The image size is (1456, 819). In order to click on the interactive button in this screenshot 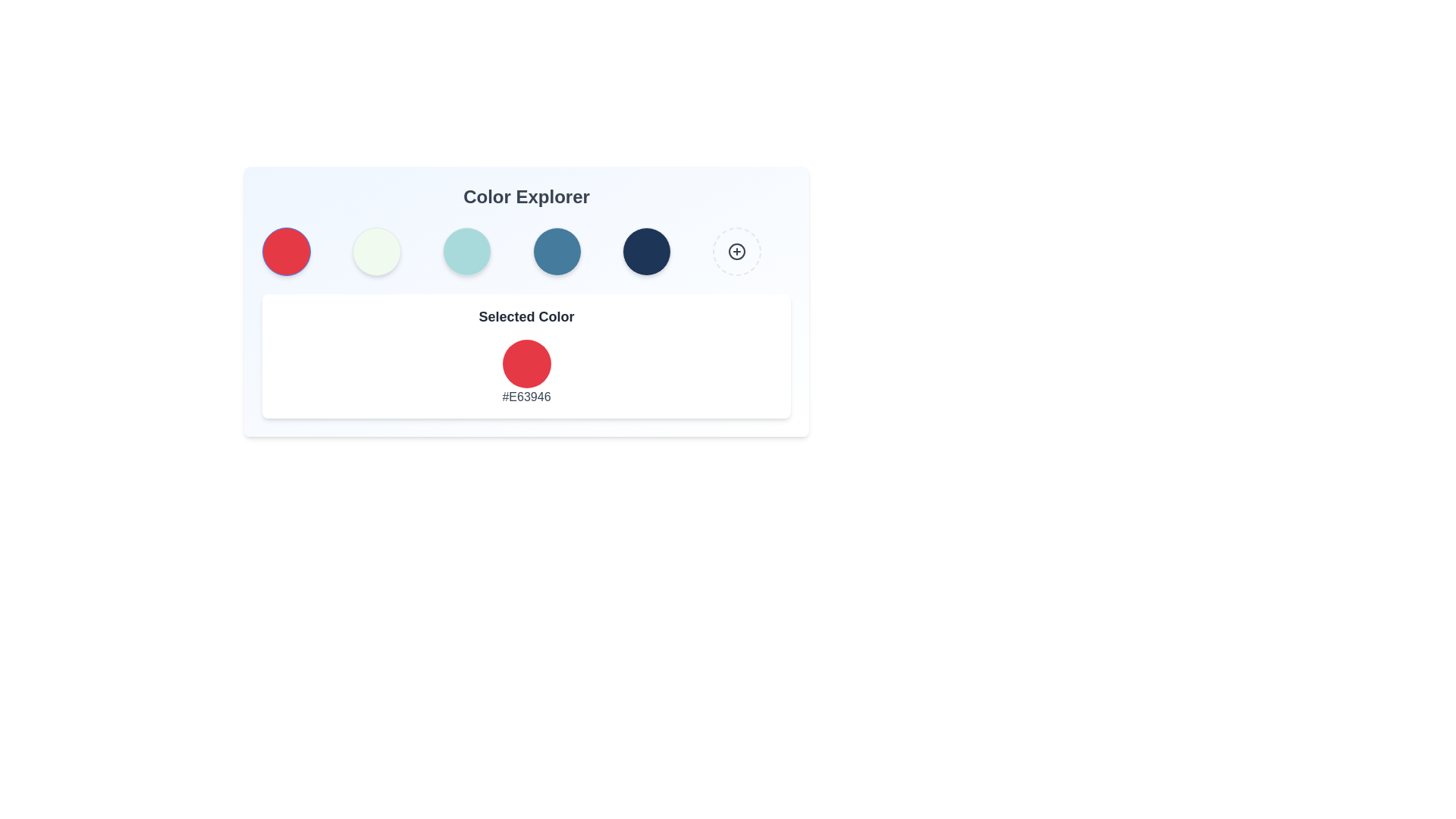, I will do `click(736, 250)`.